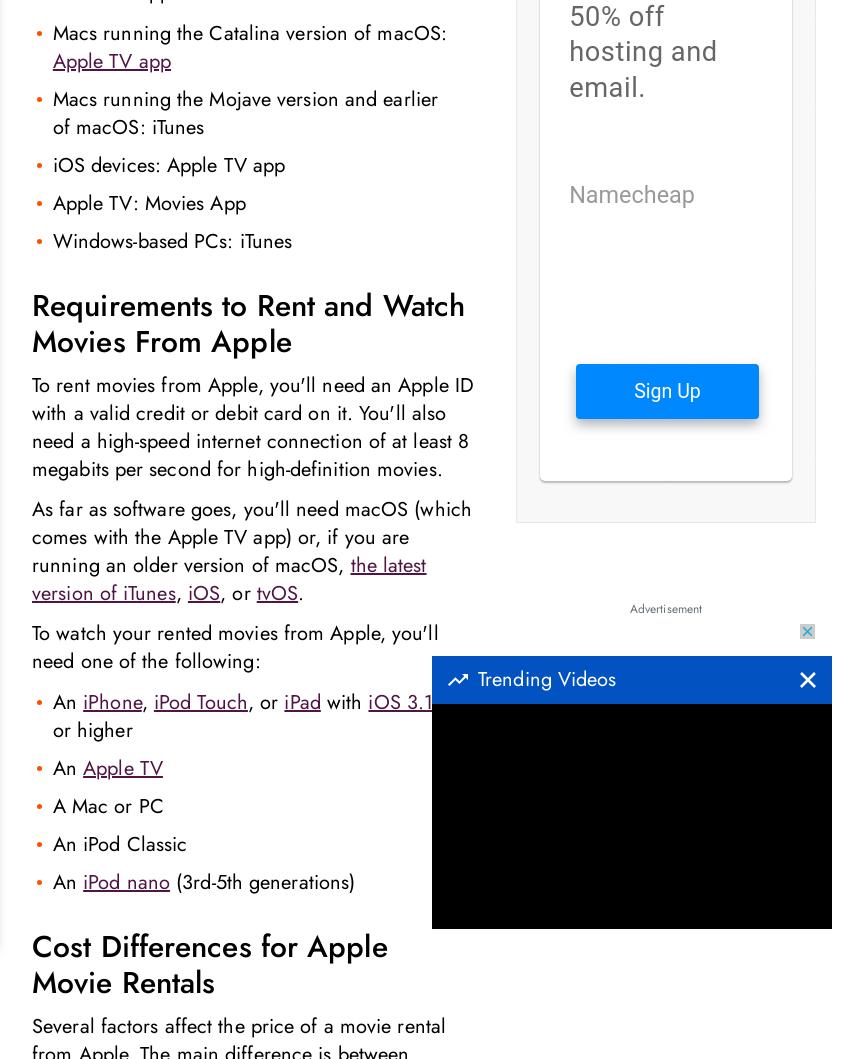 The image size is (848, 1059). What do you see at coordinates (168, 164) in the screenshot?
I see `'iOS devices: Apple TV app'` at bounding box center [168, 164].